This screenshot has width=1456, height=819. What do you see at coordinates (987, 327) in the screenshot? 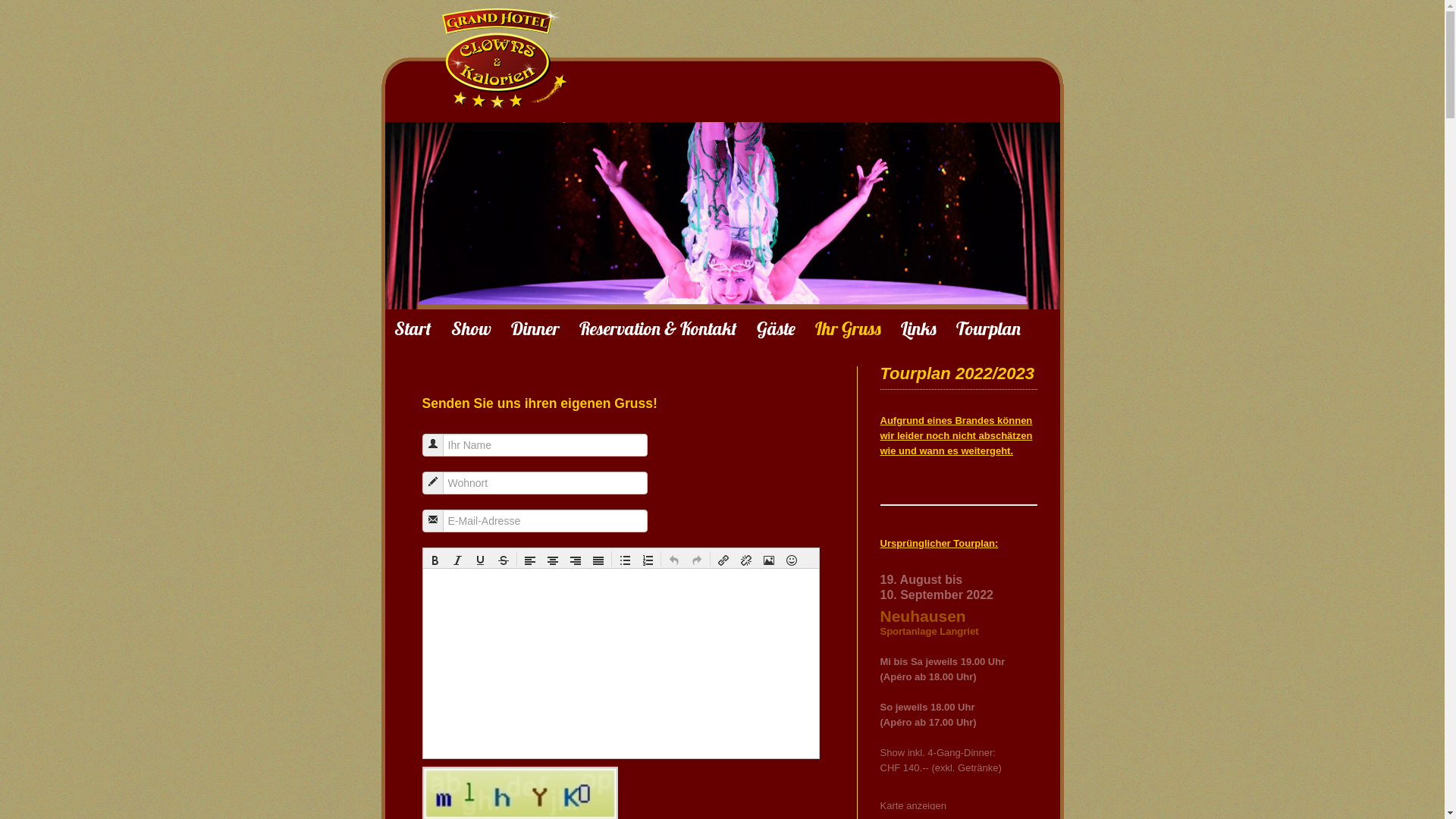
I see `'Tourplan'` at bounding box center [987, 327].